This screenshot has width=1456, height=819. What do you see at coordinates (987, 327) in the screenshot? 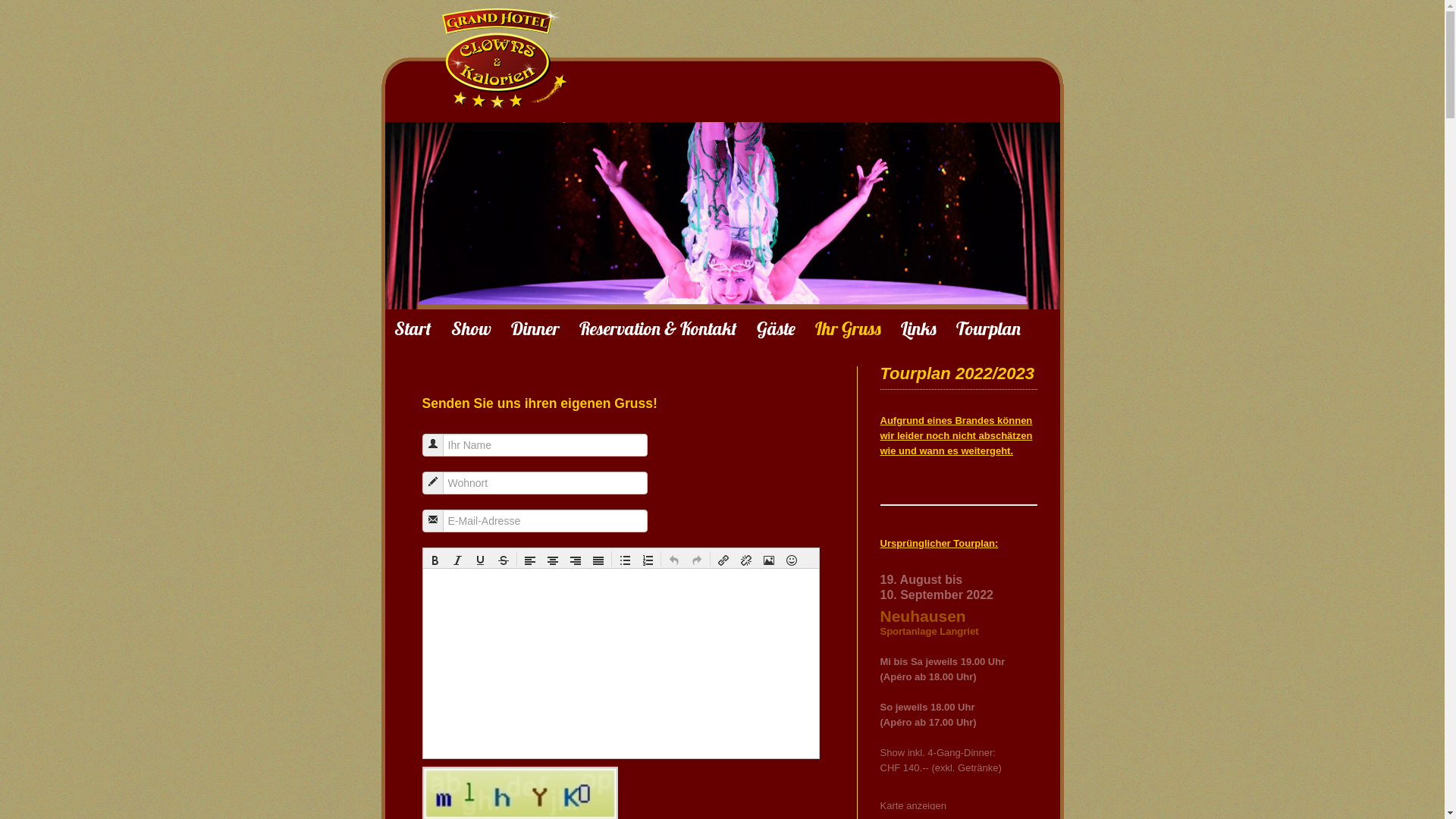
I see `'Tourplan'` at bounding box center [987, 327].